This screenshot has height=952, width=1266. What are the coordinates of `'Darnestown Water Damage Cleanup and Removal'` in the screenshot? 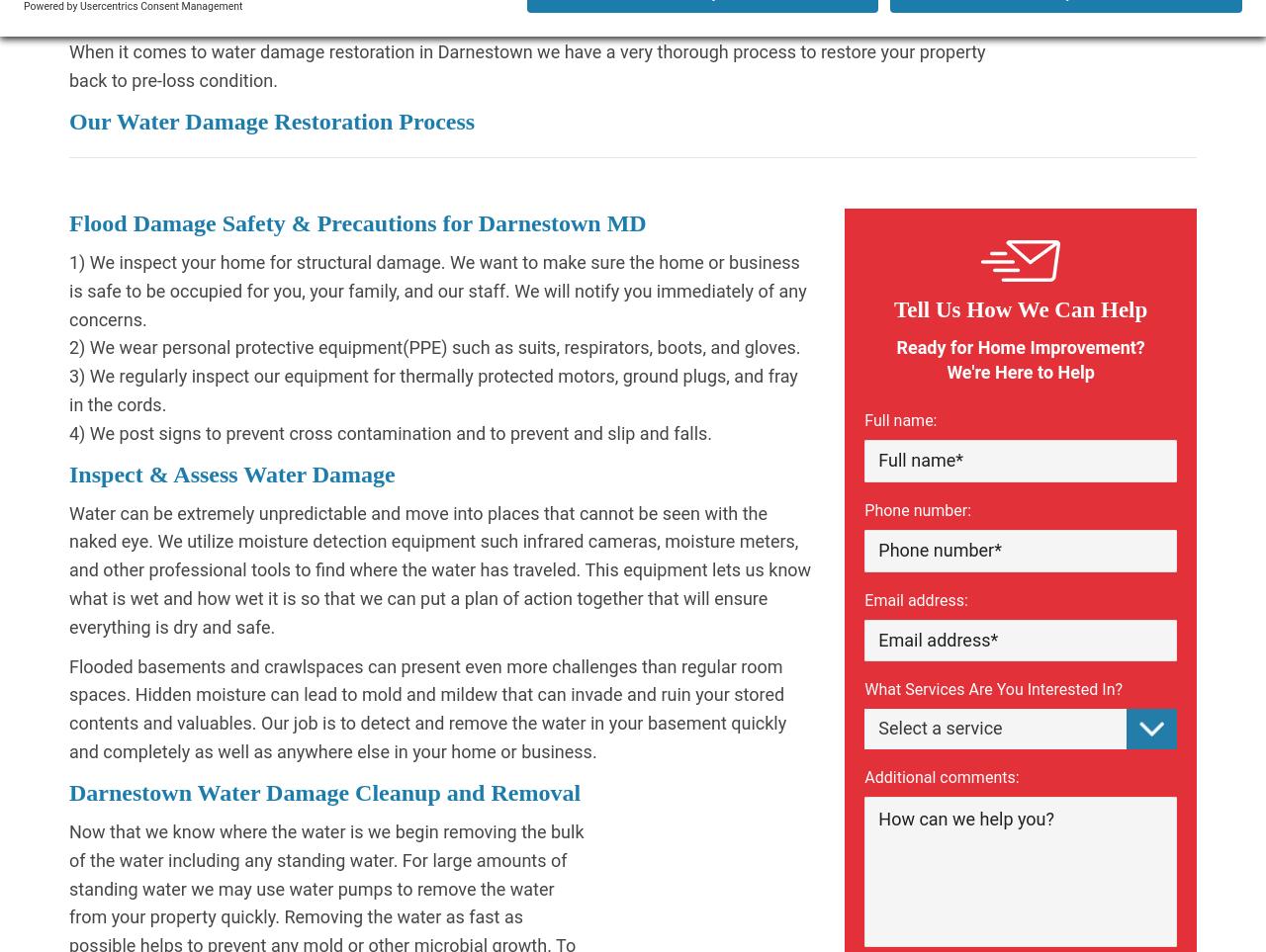 It's located at (324, 791).